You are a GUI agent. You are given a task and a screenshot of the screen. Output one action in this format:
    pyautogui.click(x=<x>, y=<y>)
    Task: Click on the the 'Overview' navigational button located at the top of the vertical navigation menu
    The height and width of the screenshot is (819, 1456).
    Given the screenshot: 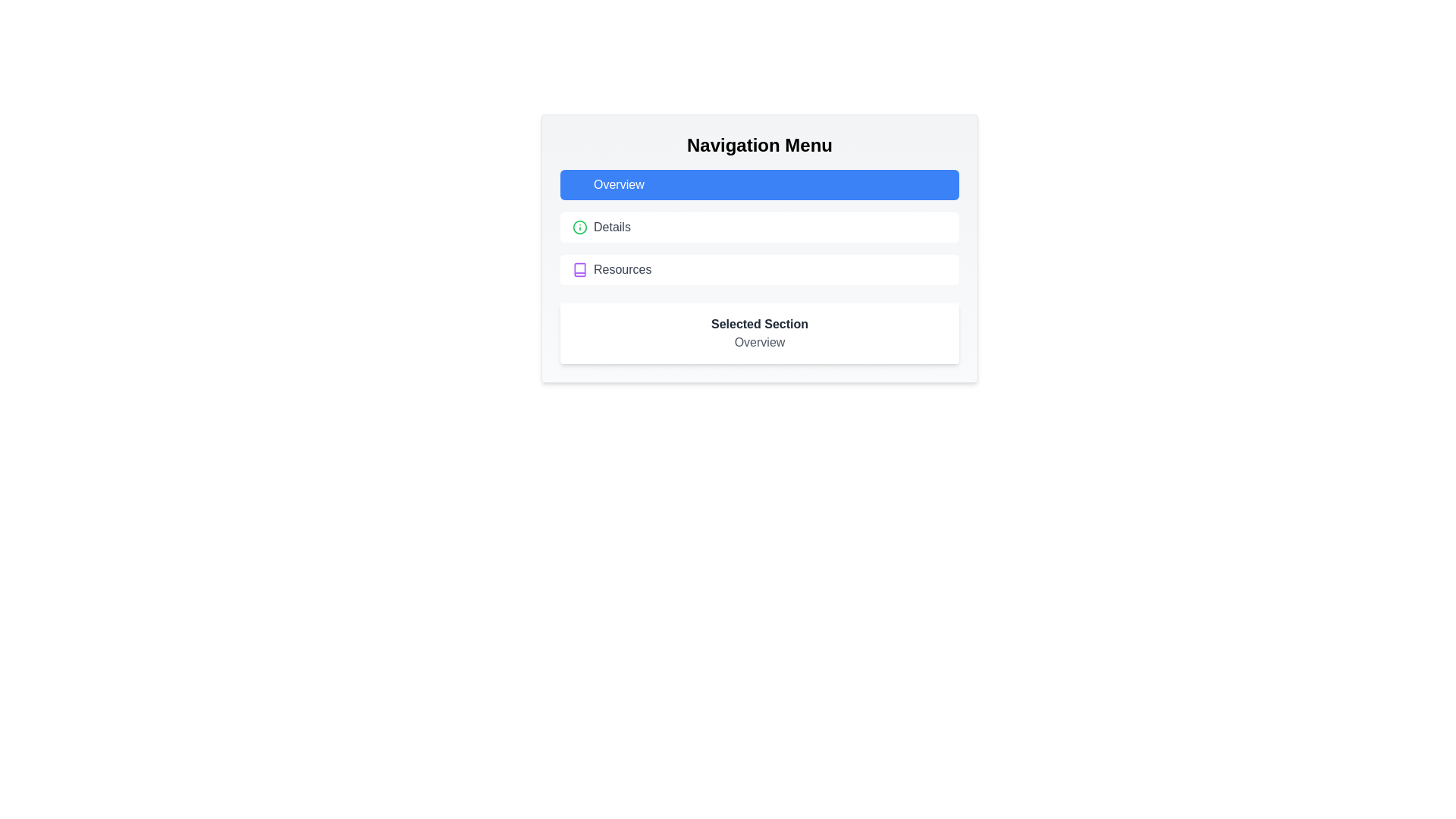 What is the action you would take?
    pyautogui.click(x=760, y=184)
    